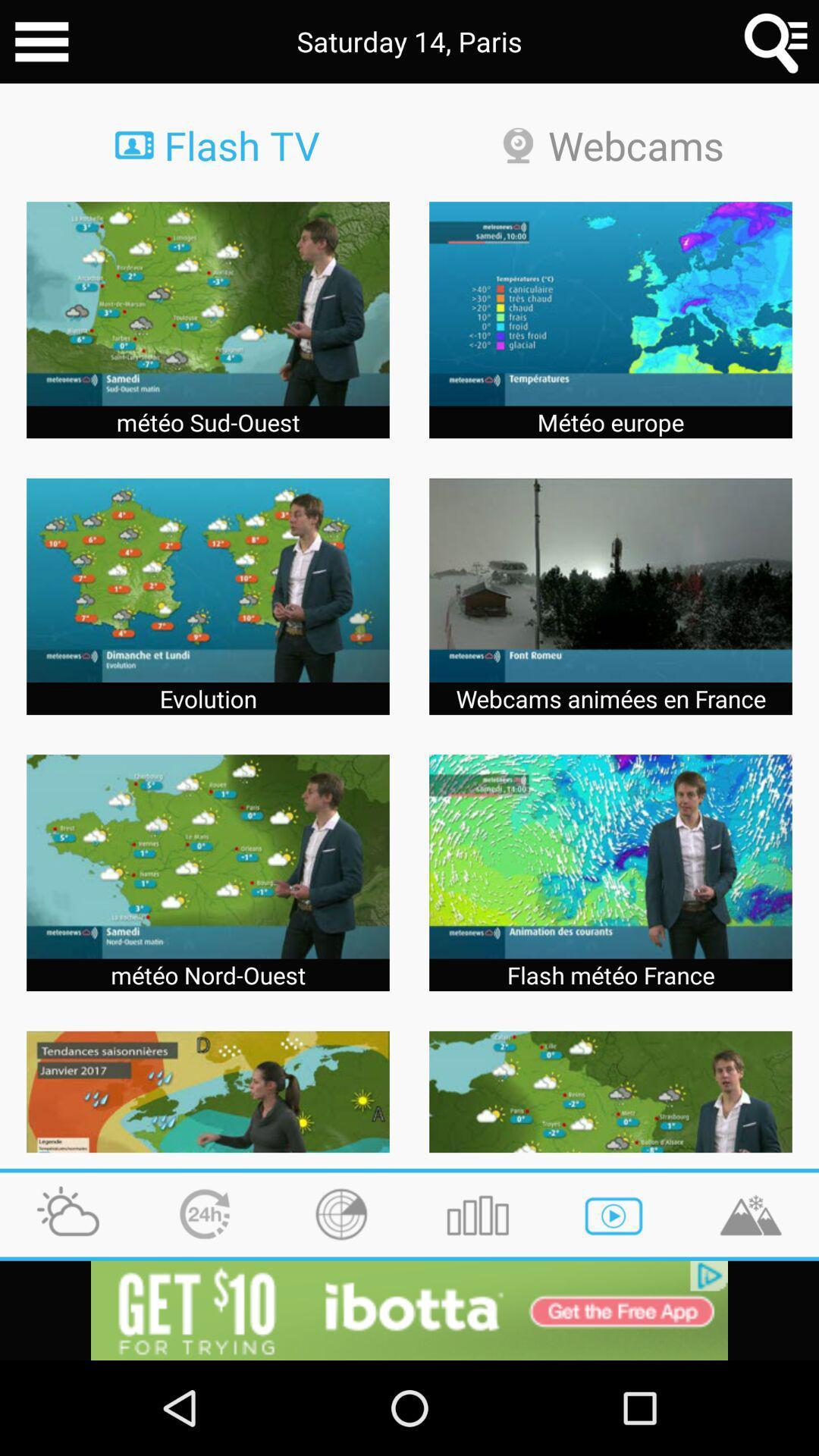  What do you see at coordinates (41, 42) in the screenshot?
I see `menu button` at bounding box center [41, 42].